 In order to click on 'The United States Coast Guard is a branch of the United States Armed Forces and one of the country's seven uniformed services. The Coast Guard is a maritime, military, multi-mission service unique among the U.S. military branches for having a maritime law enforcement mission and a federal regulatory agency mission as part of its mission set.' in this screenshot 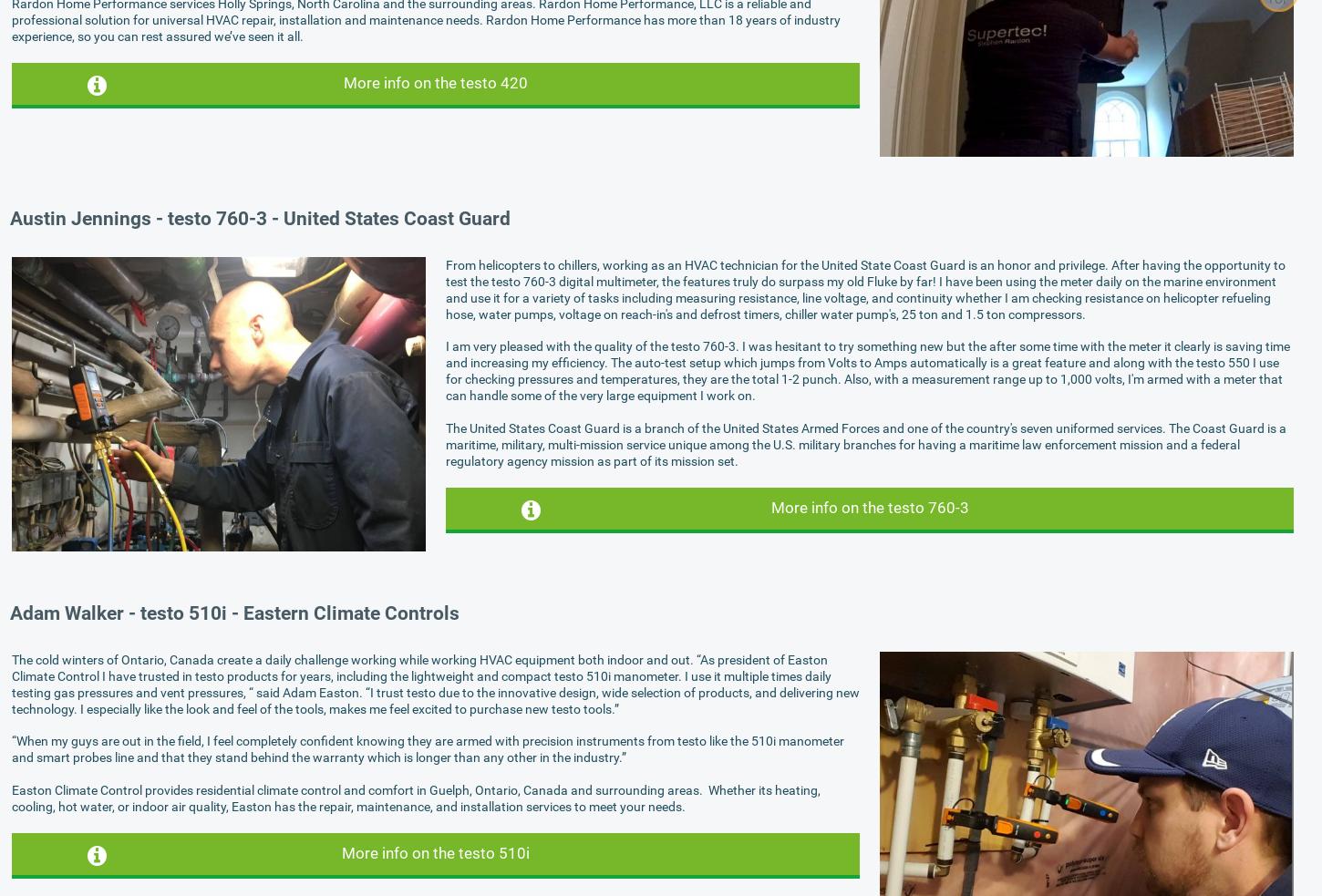, I will do `click(865, 442)`.